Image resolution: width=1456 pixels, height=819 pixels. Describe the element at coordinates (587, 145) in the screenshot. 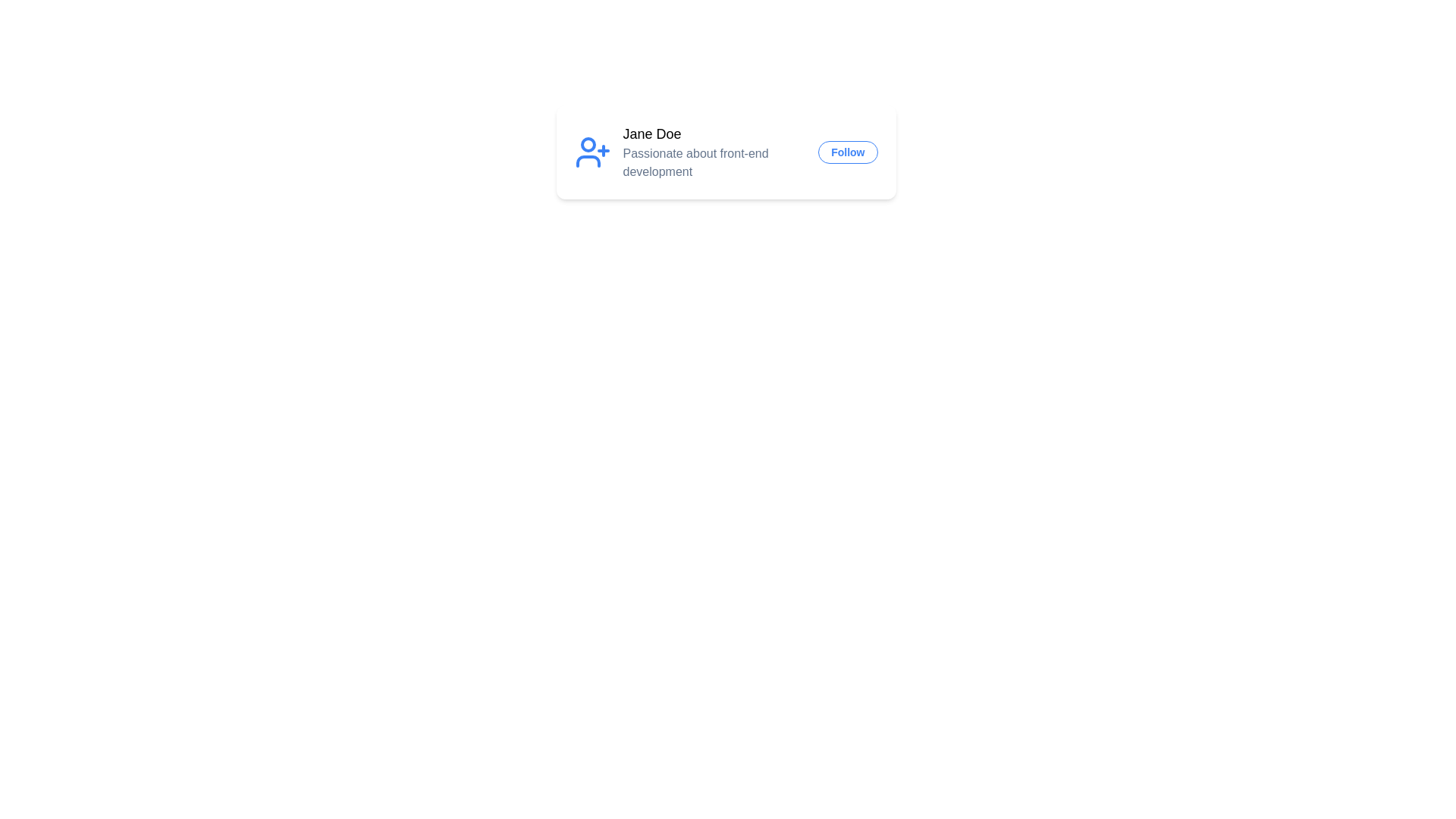

I see `the decorative circle graphical element within the SVG located on the left side of the user information card` at that location.